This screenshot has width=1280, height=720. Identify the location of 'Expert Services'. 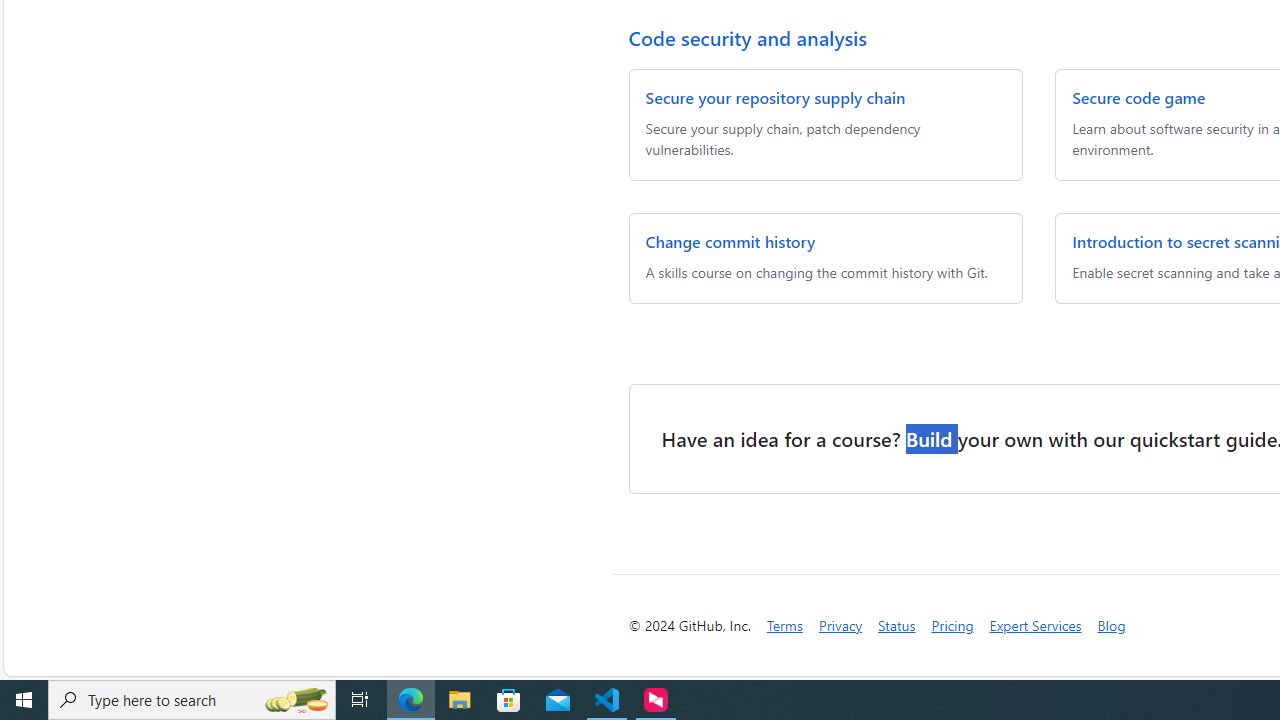
(1035, 624).